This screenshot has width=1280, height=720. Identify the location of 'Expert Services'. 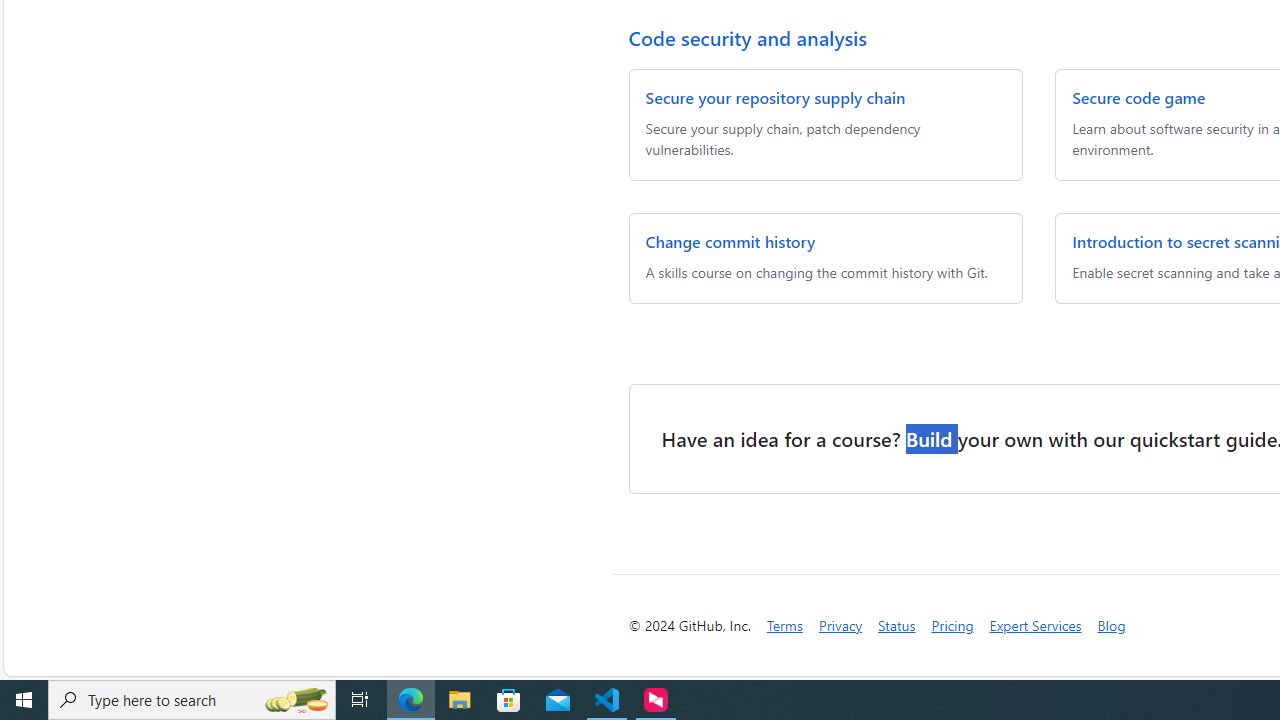
(1035, 624).